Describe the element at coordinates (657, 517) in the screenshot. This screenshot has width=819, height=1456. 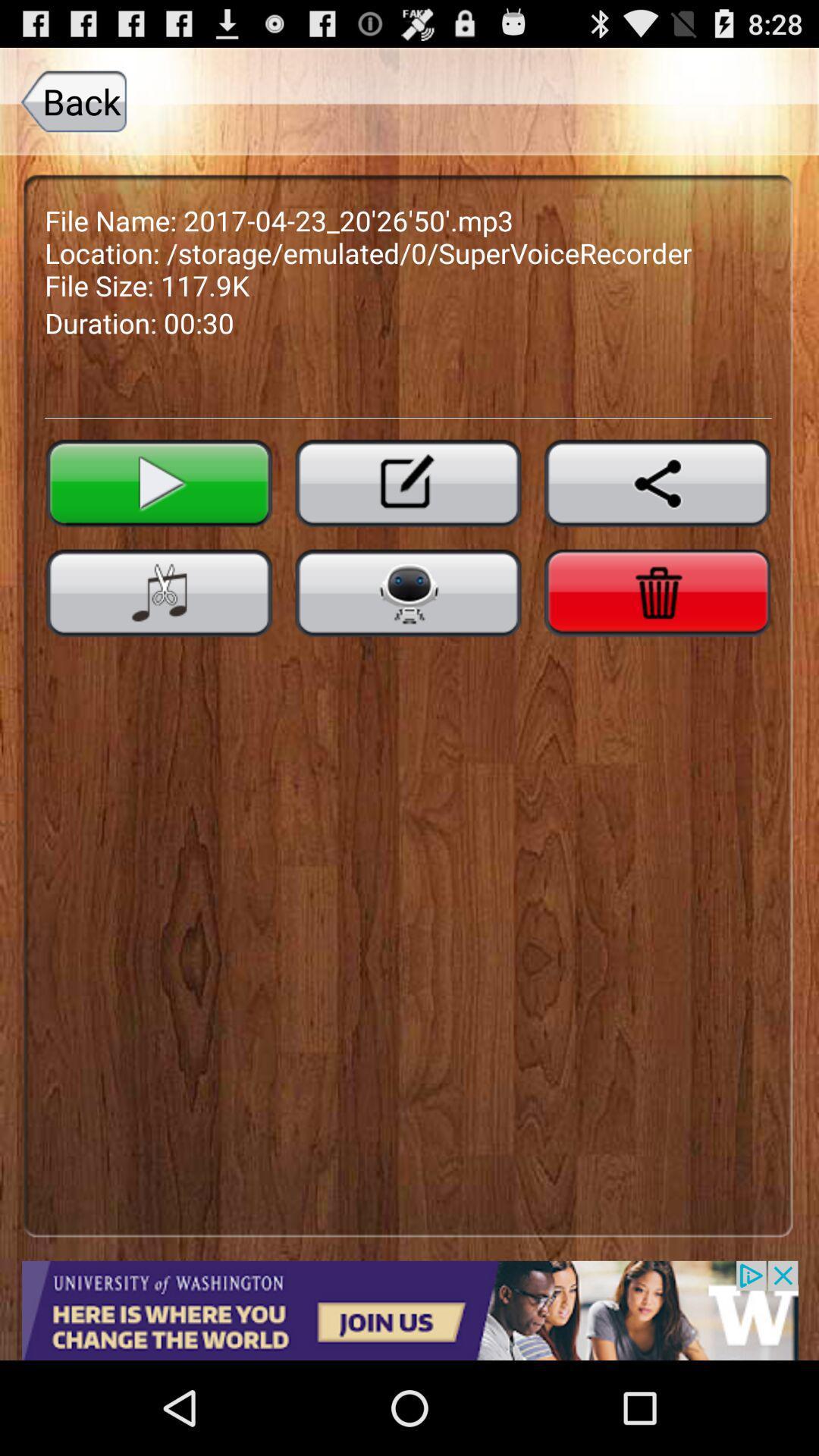
I see `the arrow_backward icon` at that location.